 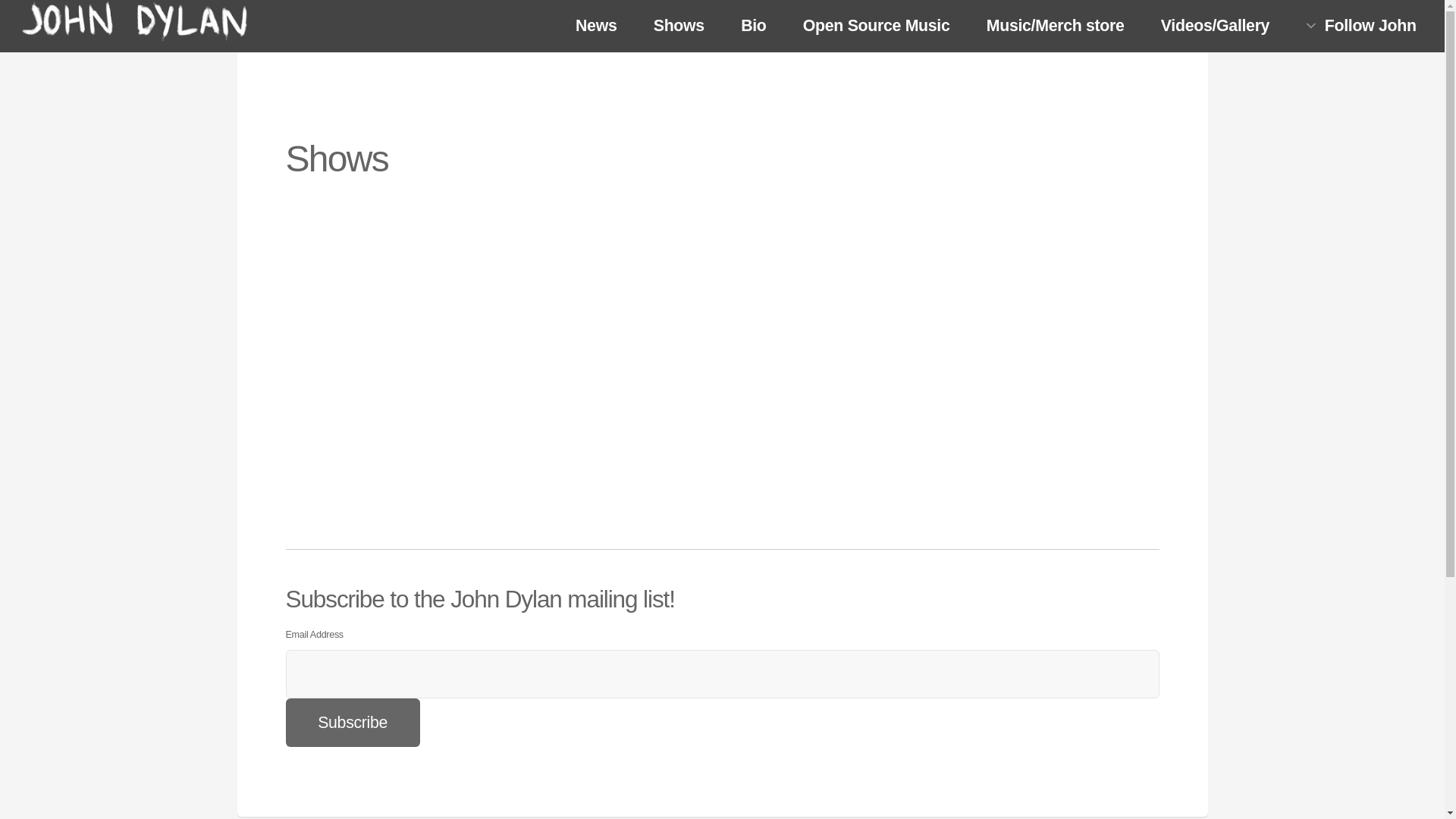 I want to click on 'Bio', so click(x=753, y=27).